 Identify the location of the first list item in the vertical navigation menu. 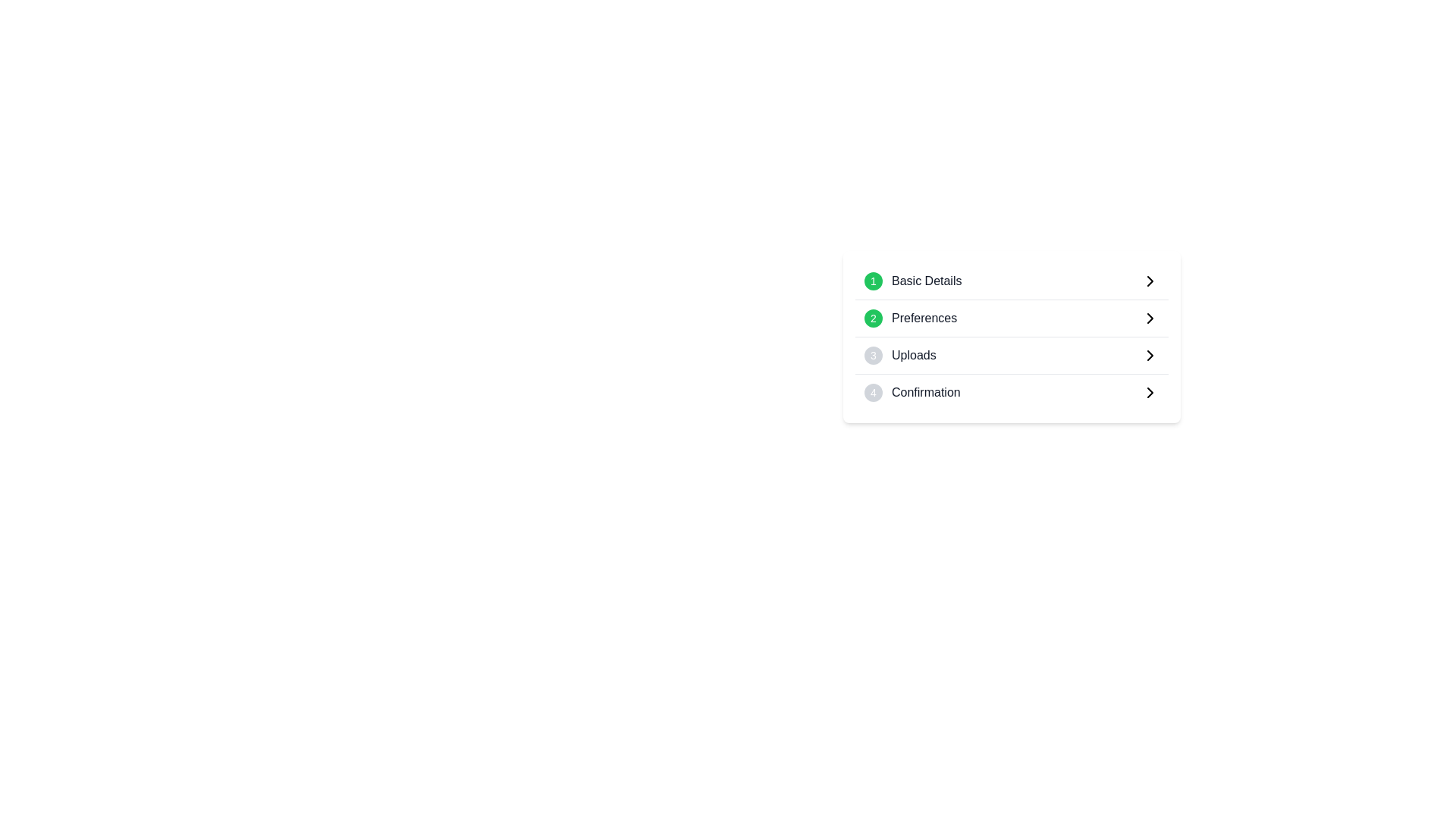
(1012, 281).